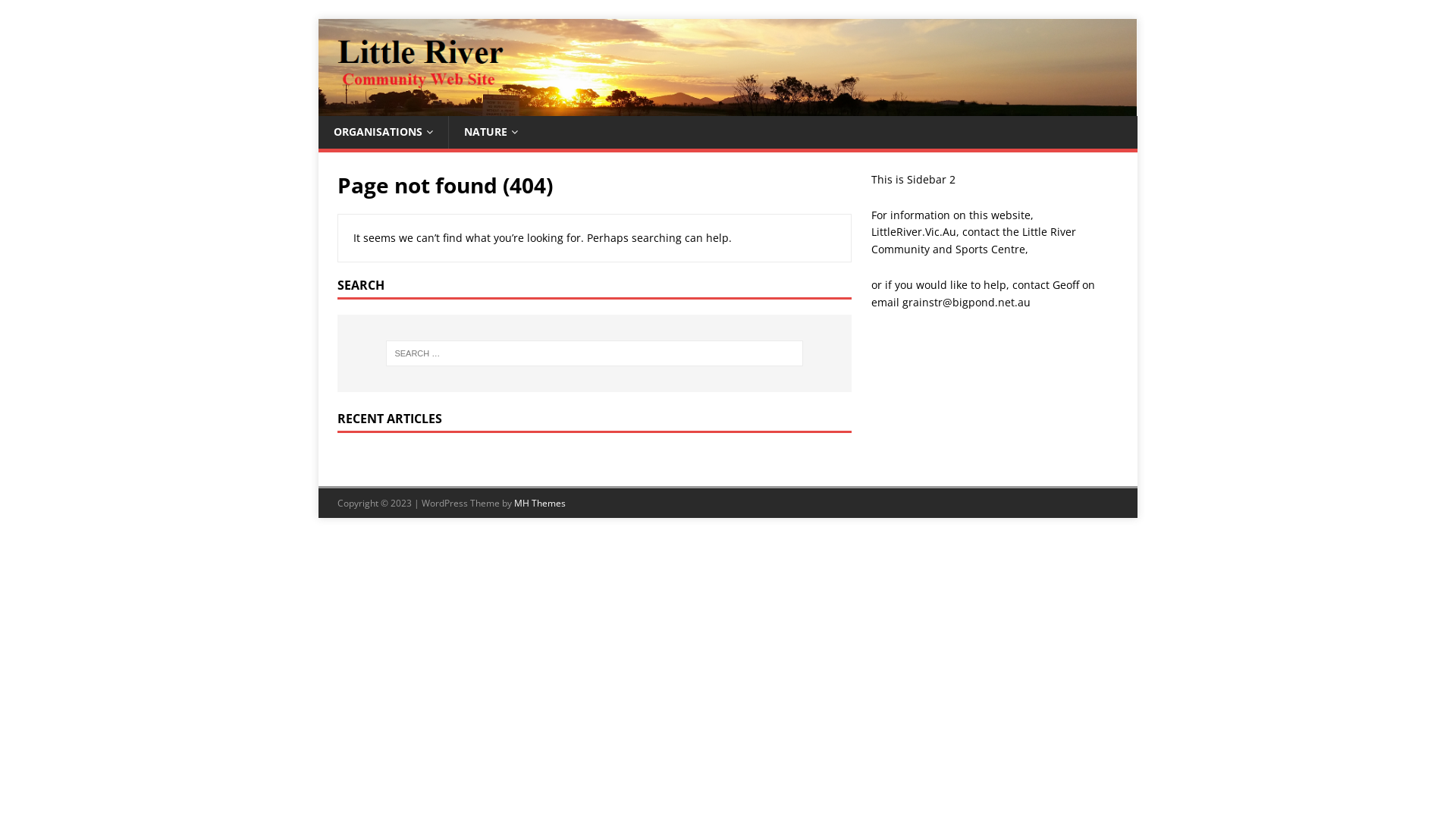 The image size is (1456, 819). I want to click on 'MH Themes', so click(513, 503).